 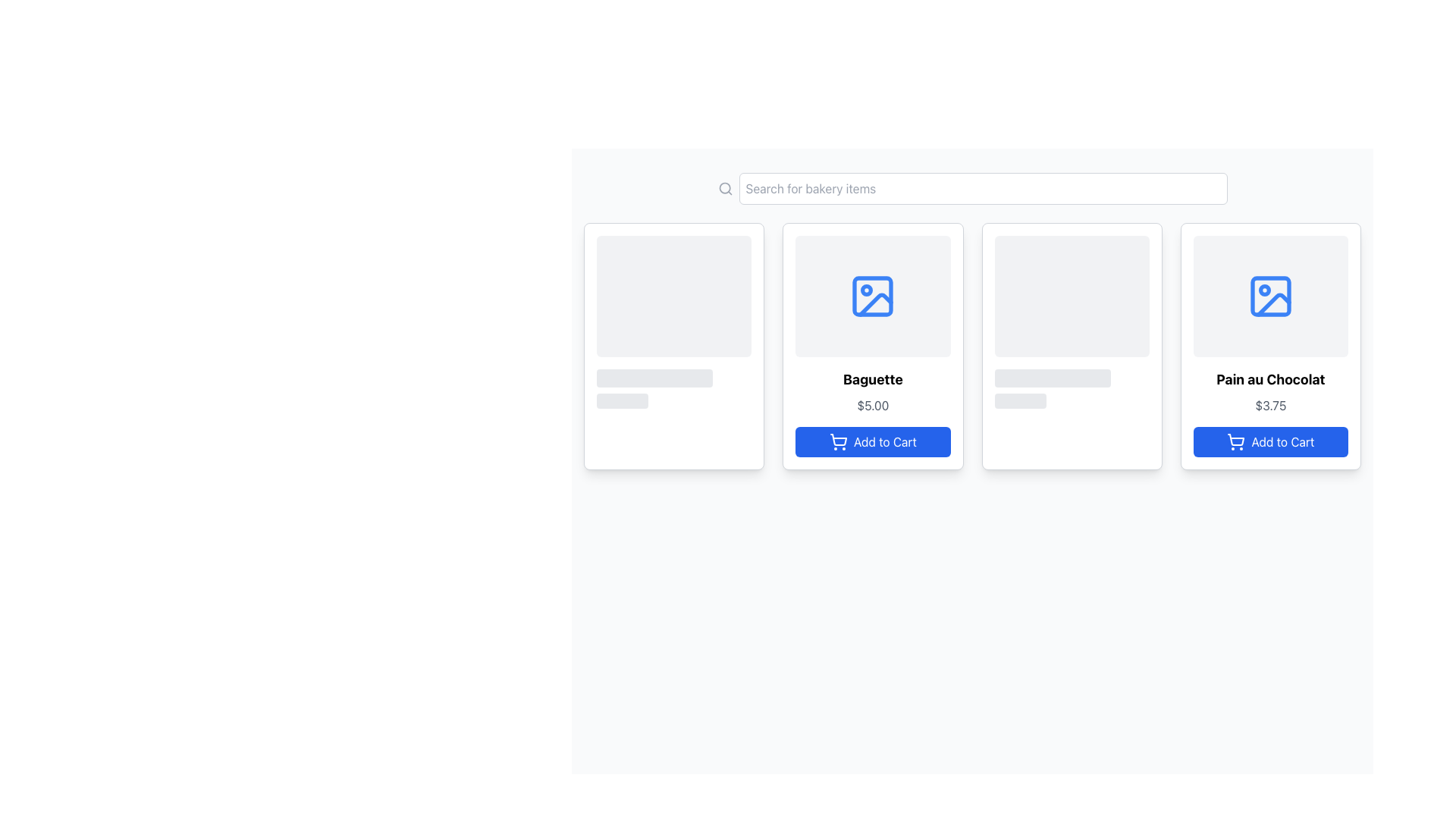 What do you see at coordinates (873, 379) in the screenshot?
I see `product name from the title text element of the product card labeled 'Baguette', which is centrally located in the second card of the row, preceding the price text and 'Add to Cart' button` at bounding box center [873, 379].